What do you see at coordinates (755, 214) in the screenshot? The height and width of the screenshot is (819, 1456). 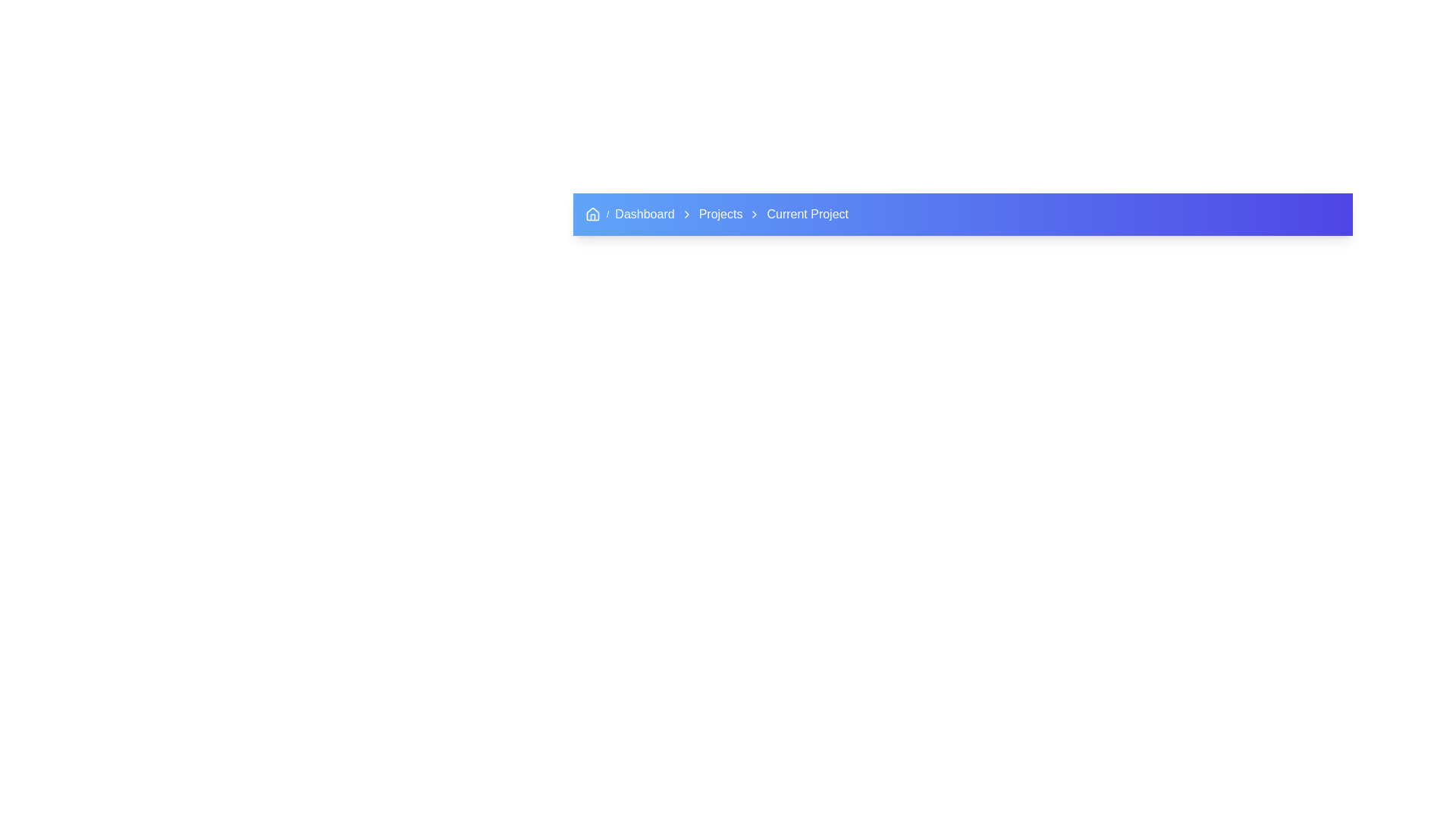 I see `the right-facing chevron icon in the breadcrumb navigation bar, located between the 'Projects' text and the 'Current Project' text` at bounding box center [755, 214].